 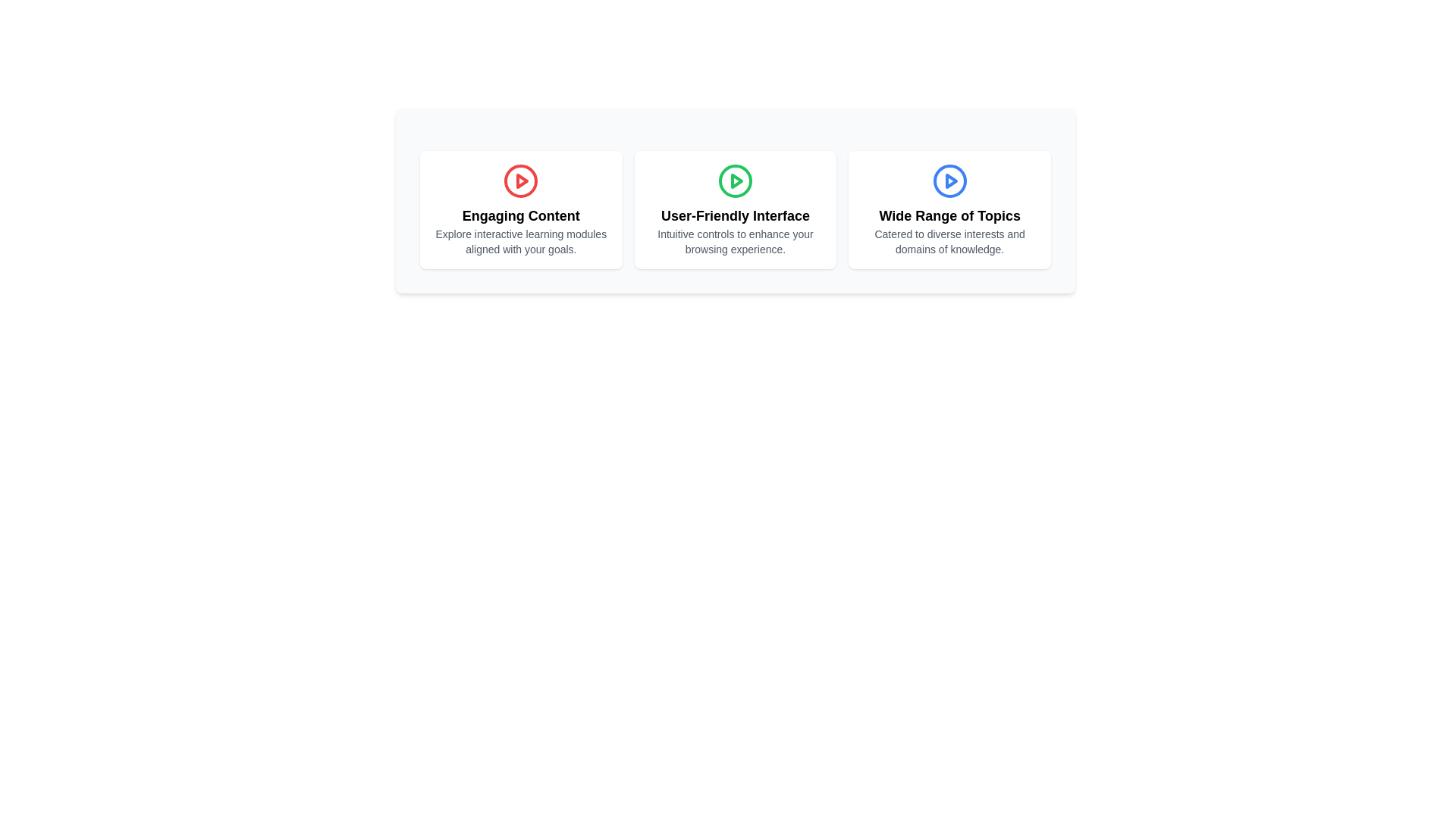 I want to click on the text label displaying 'User-Friendly Interface', which is a bold and large title positioned in the center of its containing card, so click(x=735, y=216).